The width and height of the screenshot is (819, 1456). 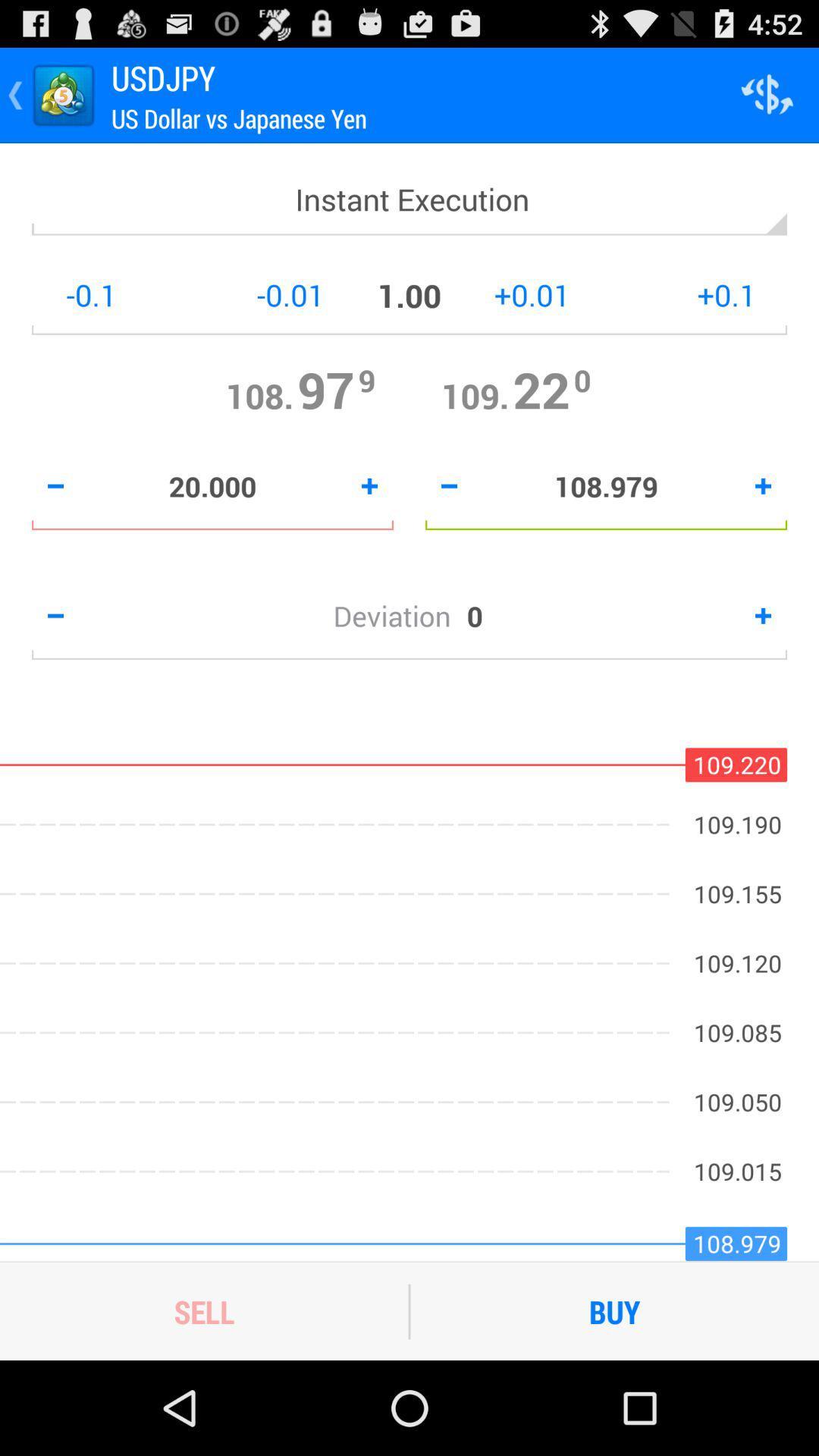 I want to click on the buy icon, so click(x=614, y=1310).